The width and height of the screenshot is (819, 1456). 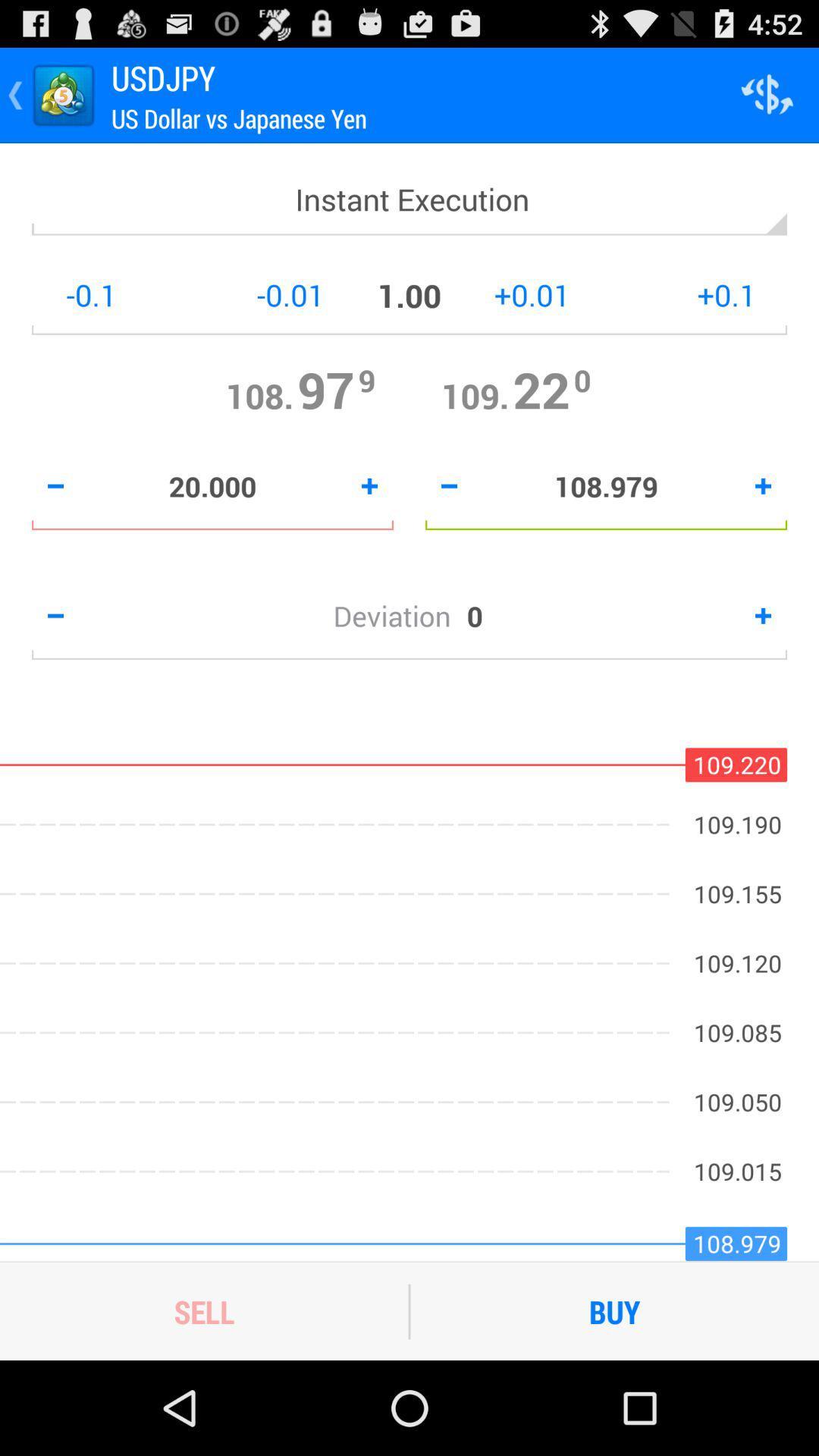 I want to click on the buy icon, so click(x=614, y=1310).